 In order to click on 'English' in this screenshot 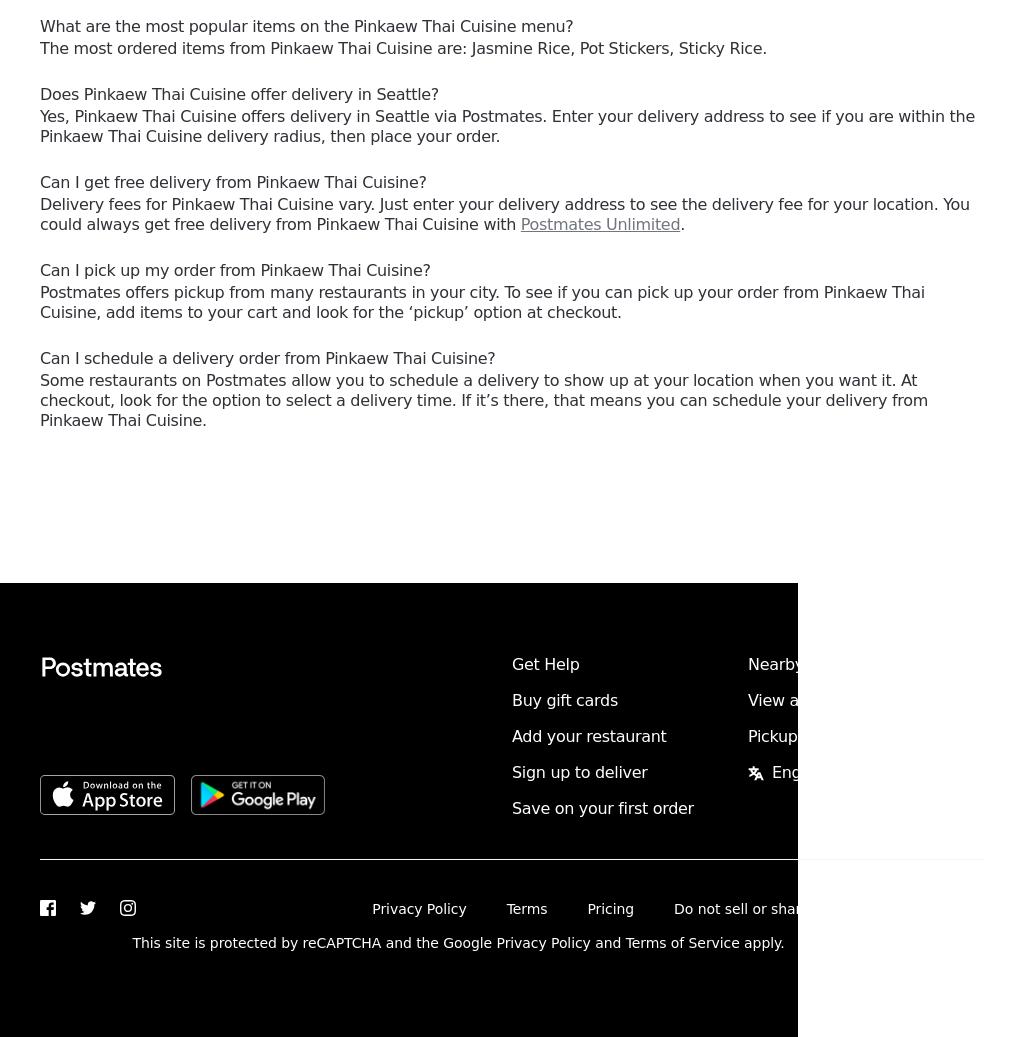, I will do `click(799, 772)`.